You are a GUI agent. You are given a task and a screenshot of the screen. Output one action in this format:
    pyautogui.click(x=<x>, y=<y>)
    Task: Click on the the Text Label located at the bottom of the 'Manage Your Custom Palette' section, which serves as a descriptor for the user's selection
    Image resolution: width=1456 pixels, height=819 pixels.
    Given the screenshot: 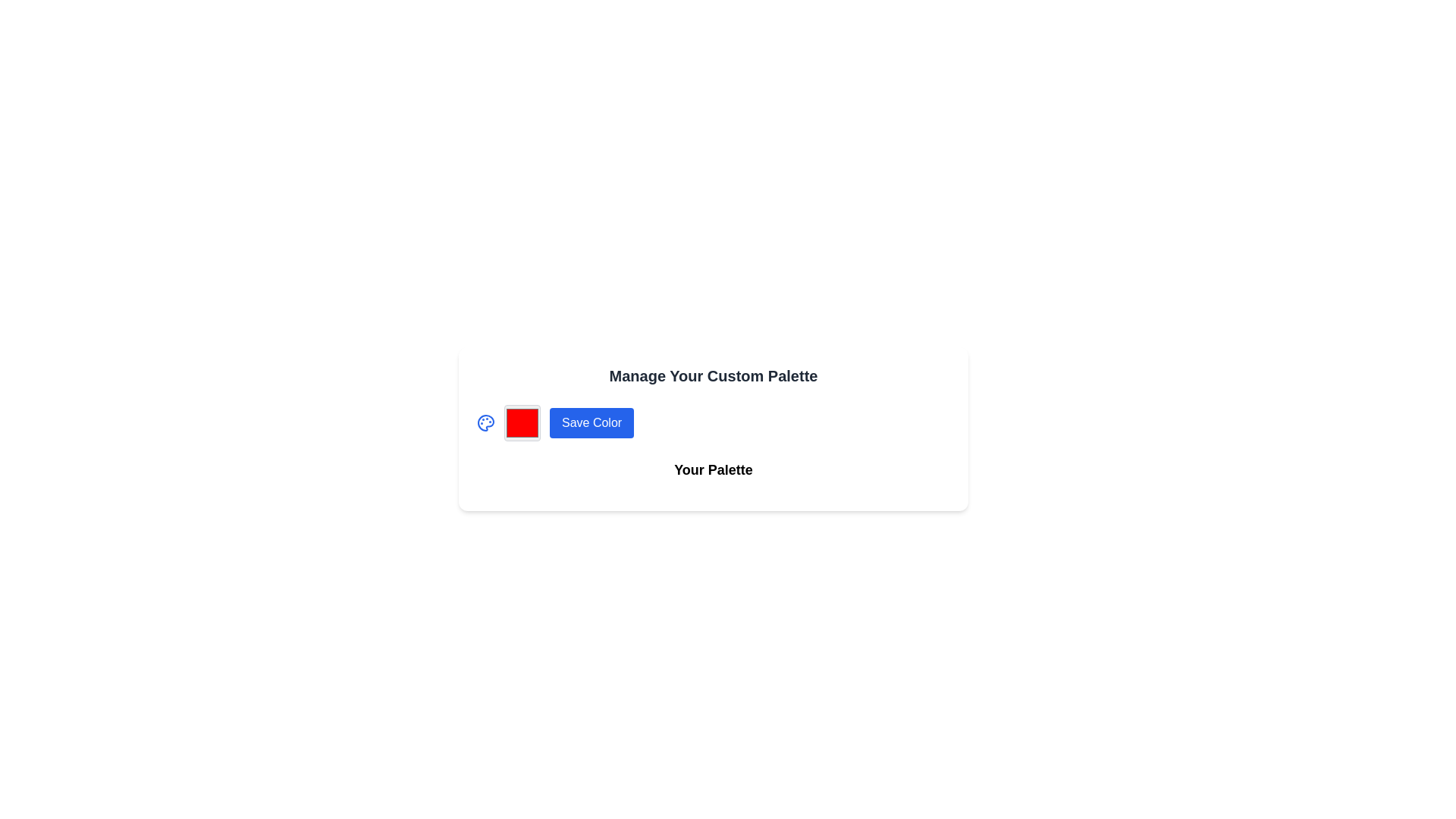 What is the action you would take?
    pyautogui.click(x=712, y=475)
    